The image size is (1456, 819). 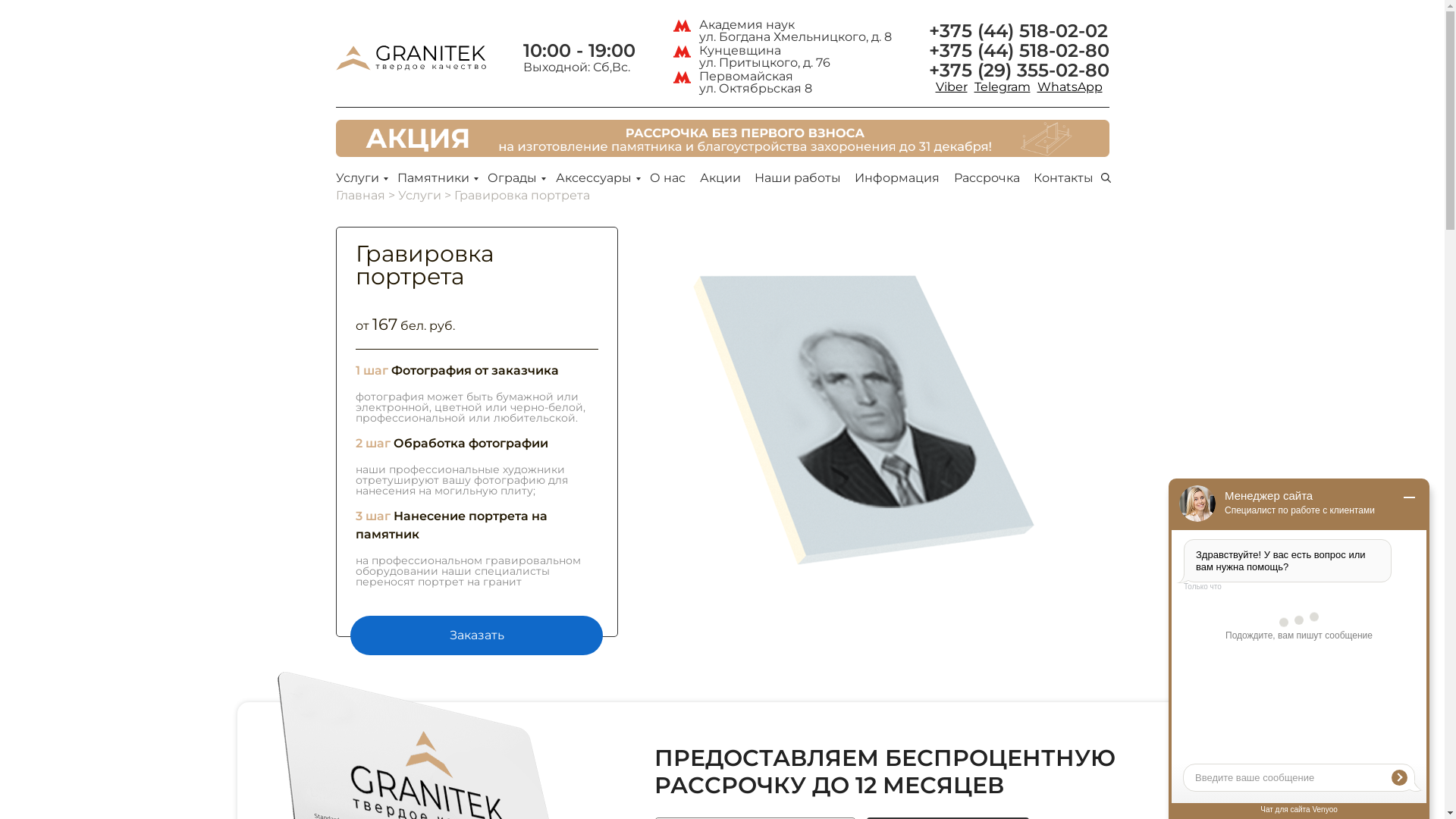 I want to click on '+375 (29) 355-02-80', so click(x=927, y=70).